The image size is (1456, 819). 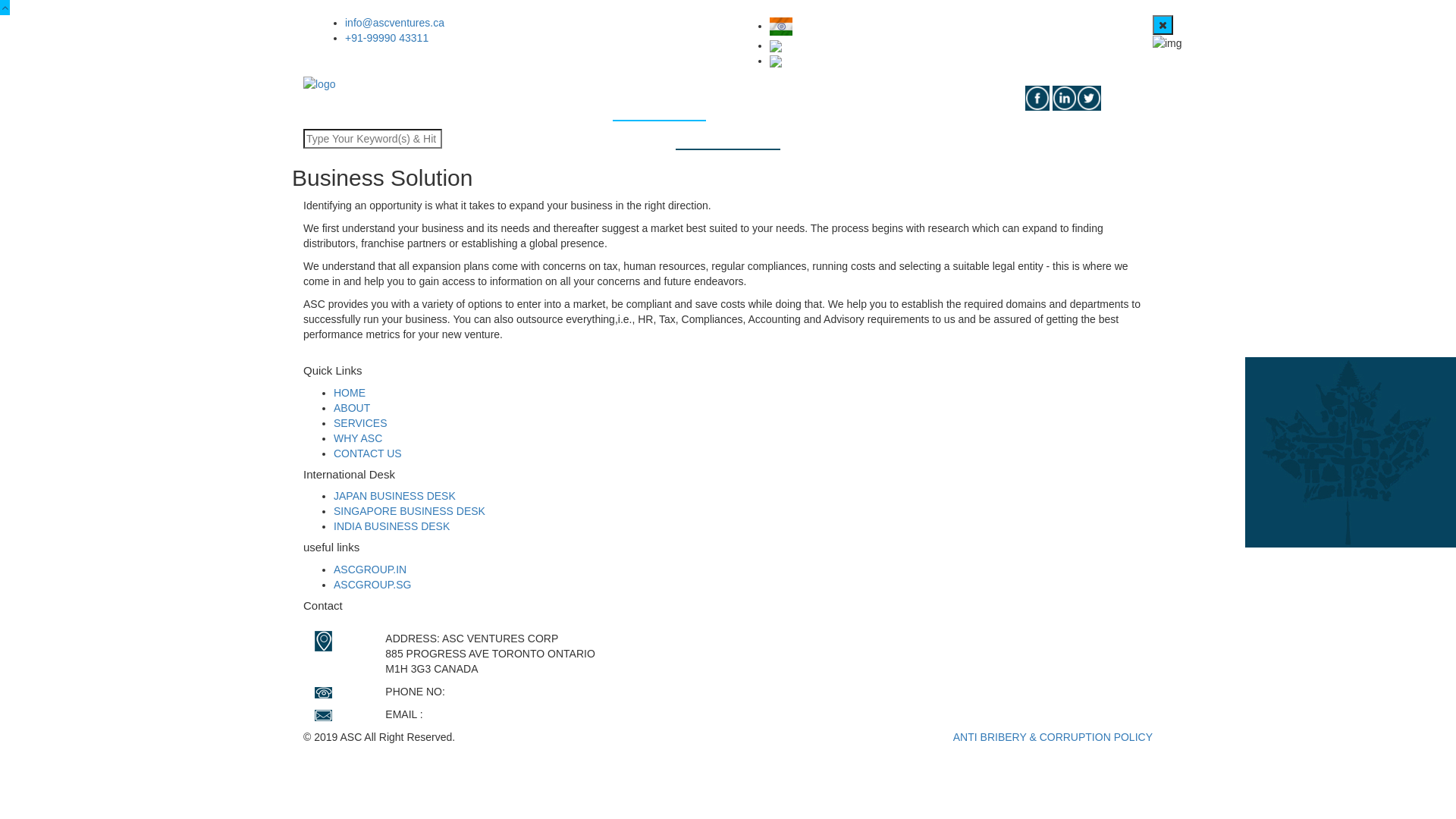 What do you see at coordinates (409, 511) in the screenshot?
I see `'SINGAPORE BUSINESS DESK'` at bounding box center [409, 511].